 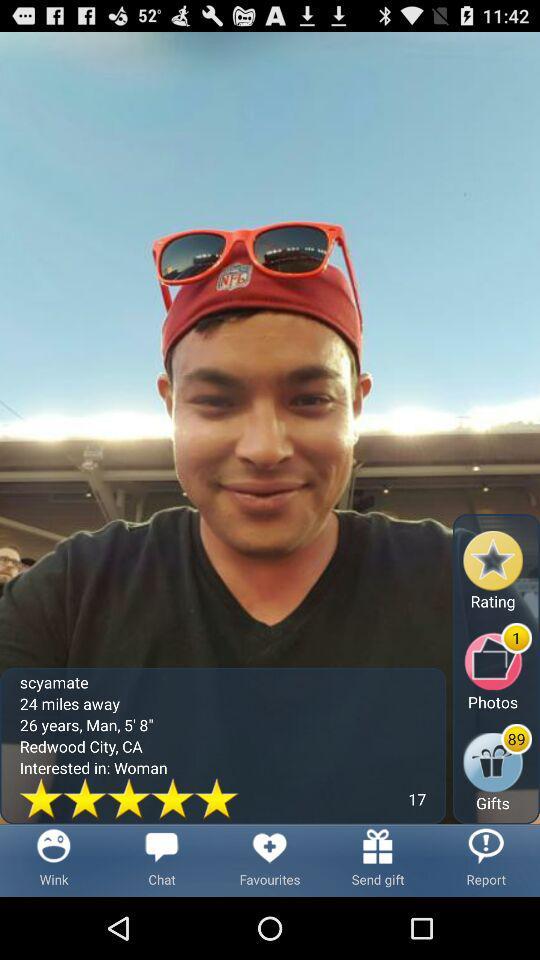 I want to click on the button next to the wink icon, so click(x=161, y=859).